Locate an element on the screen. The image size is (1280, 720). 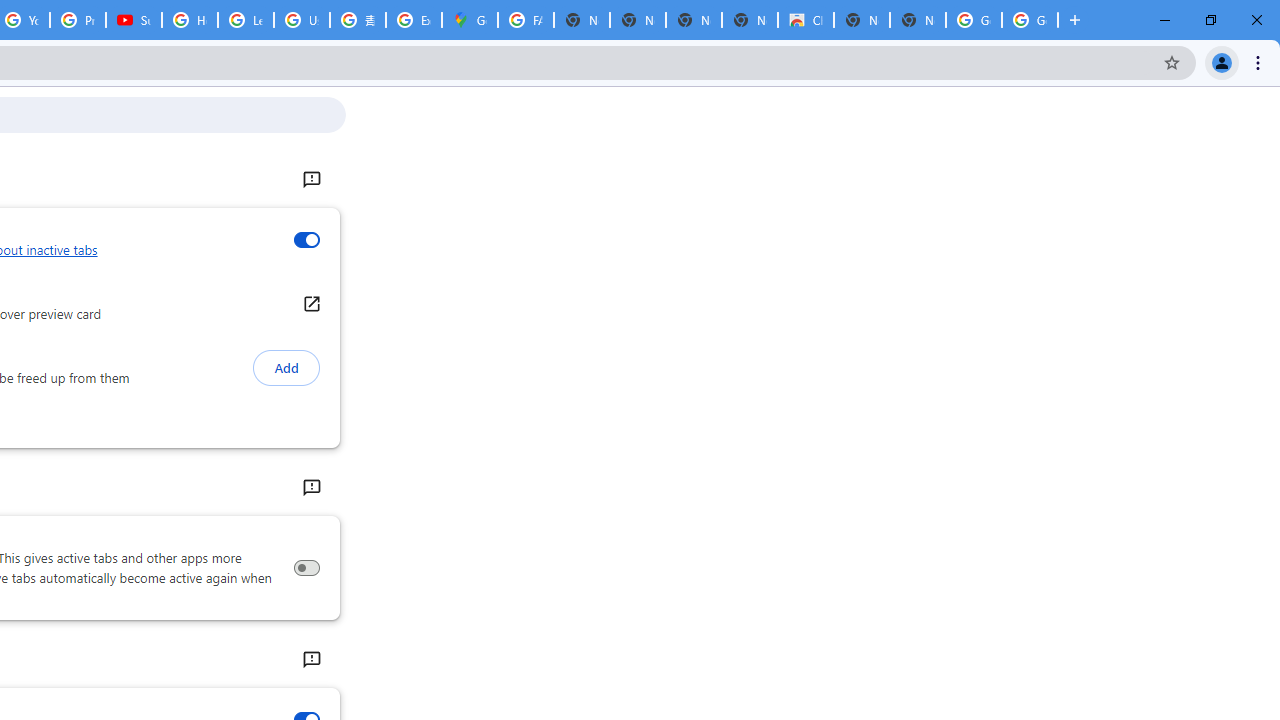
'Memory Saver' is located at coordinates (305, 568).